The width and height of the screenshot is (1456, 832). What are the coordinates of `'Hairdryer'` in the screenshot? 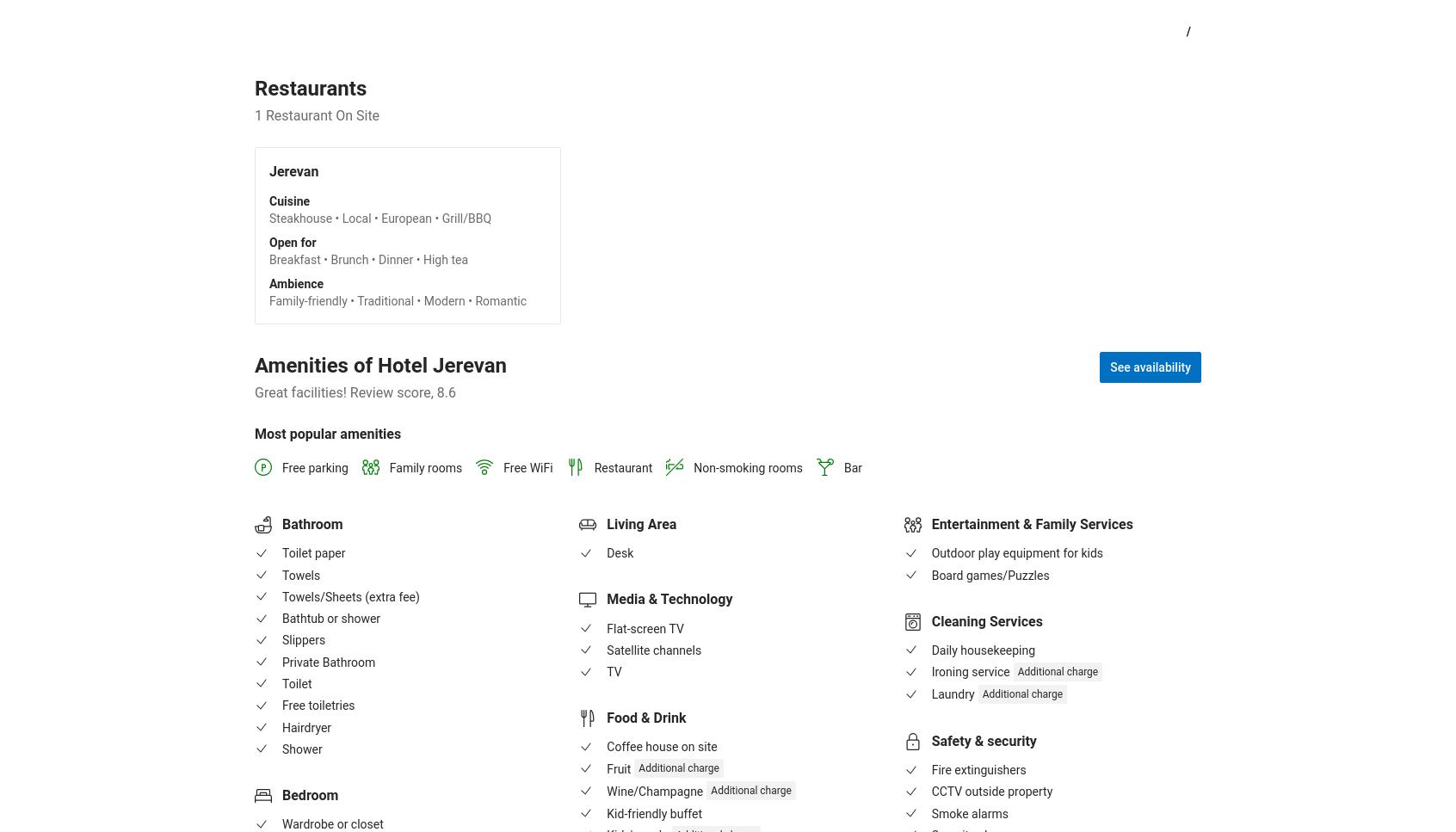 It's located at (306, 726).